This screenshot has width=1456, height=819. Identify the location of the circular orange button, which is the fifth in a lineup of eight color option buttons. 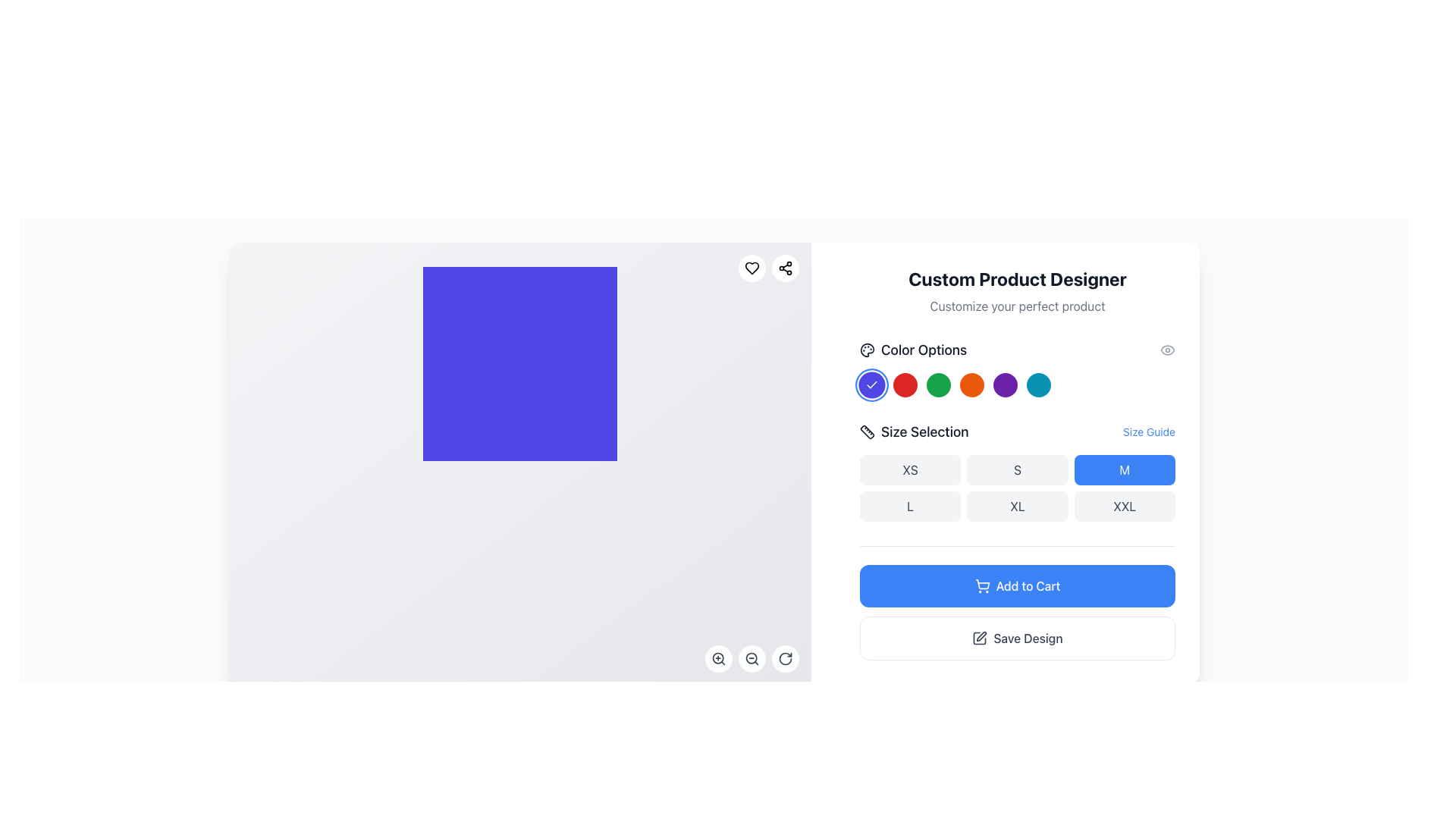
(971, 384).